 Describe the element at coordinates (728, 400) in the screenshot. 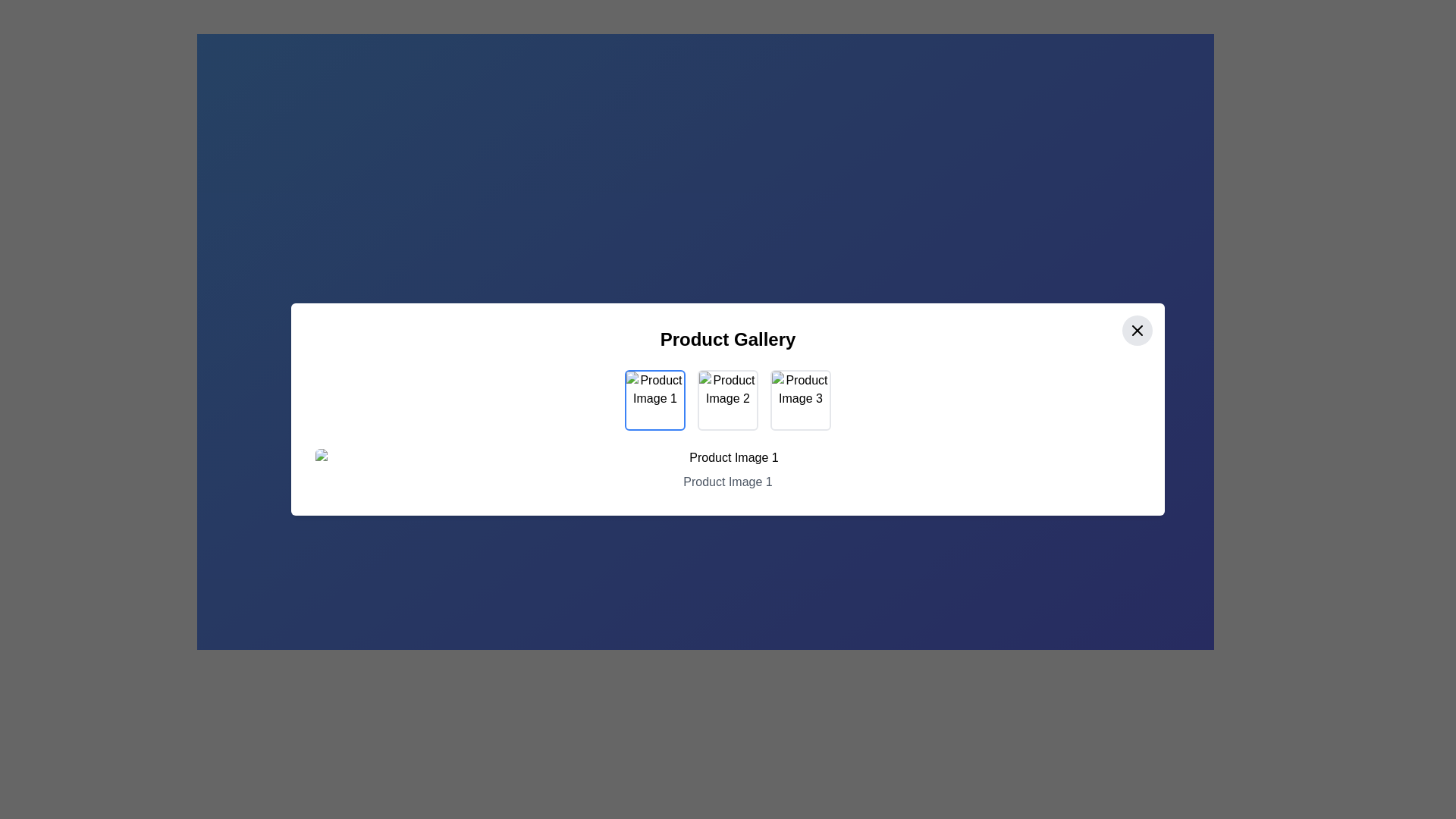

I see `the 'Product Image 2' thumbnail, which is a square image with a rounded light gray border, located` at that location.